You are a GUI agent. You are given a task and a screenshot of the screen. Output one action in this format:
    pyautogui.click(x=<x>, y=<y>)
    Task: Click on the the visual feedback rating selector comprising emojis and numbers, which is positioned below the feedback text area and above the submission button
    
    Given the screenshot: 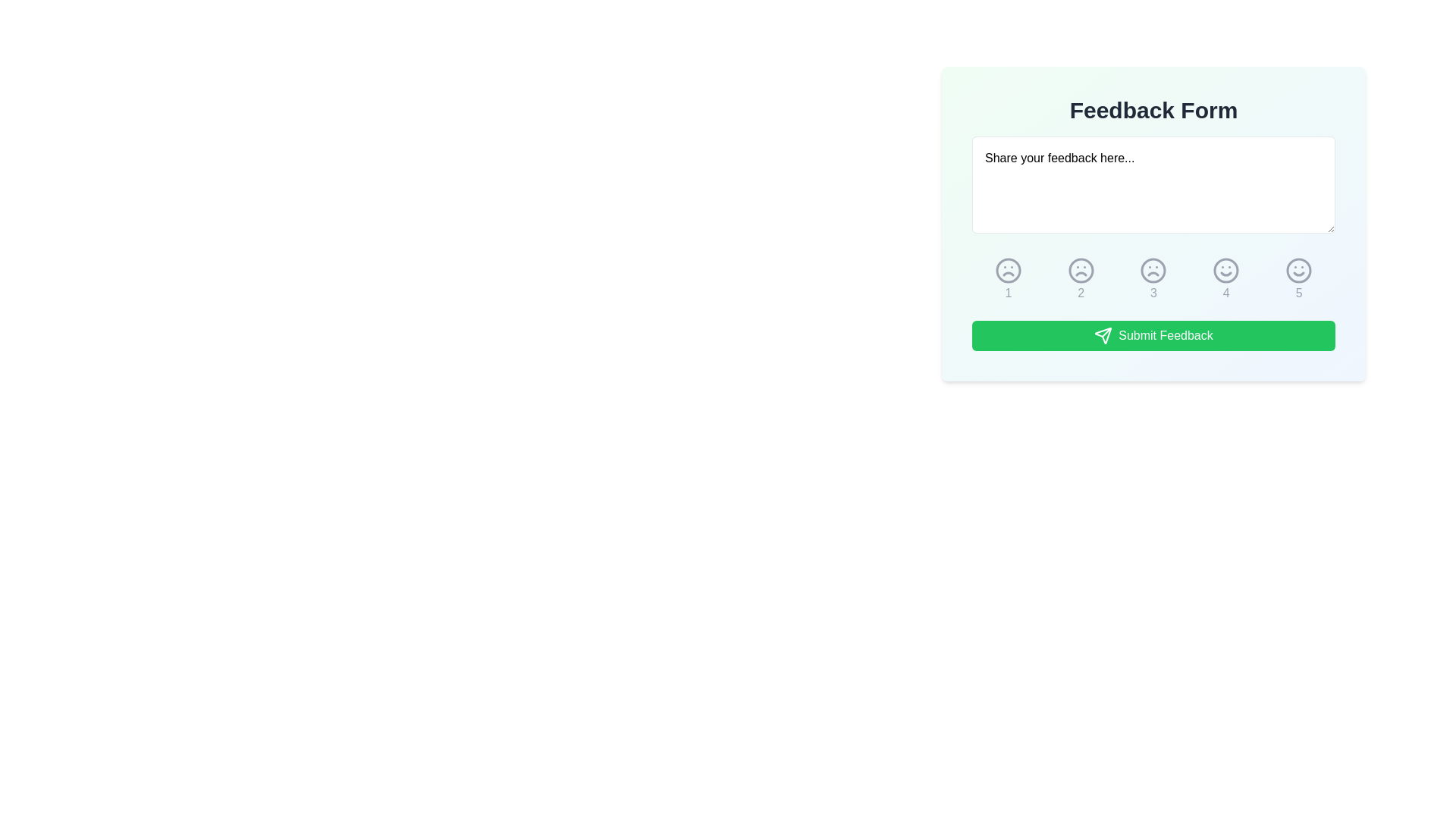 What is the action you would take?
    pyautogui.click(x=1153, y=280)
    